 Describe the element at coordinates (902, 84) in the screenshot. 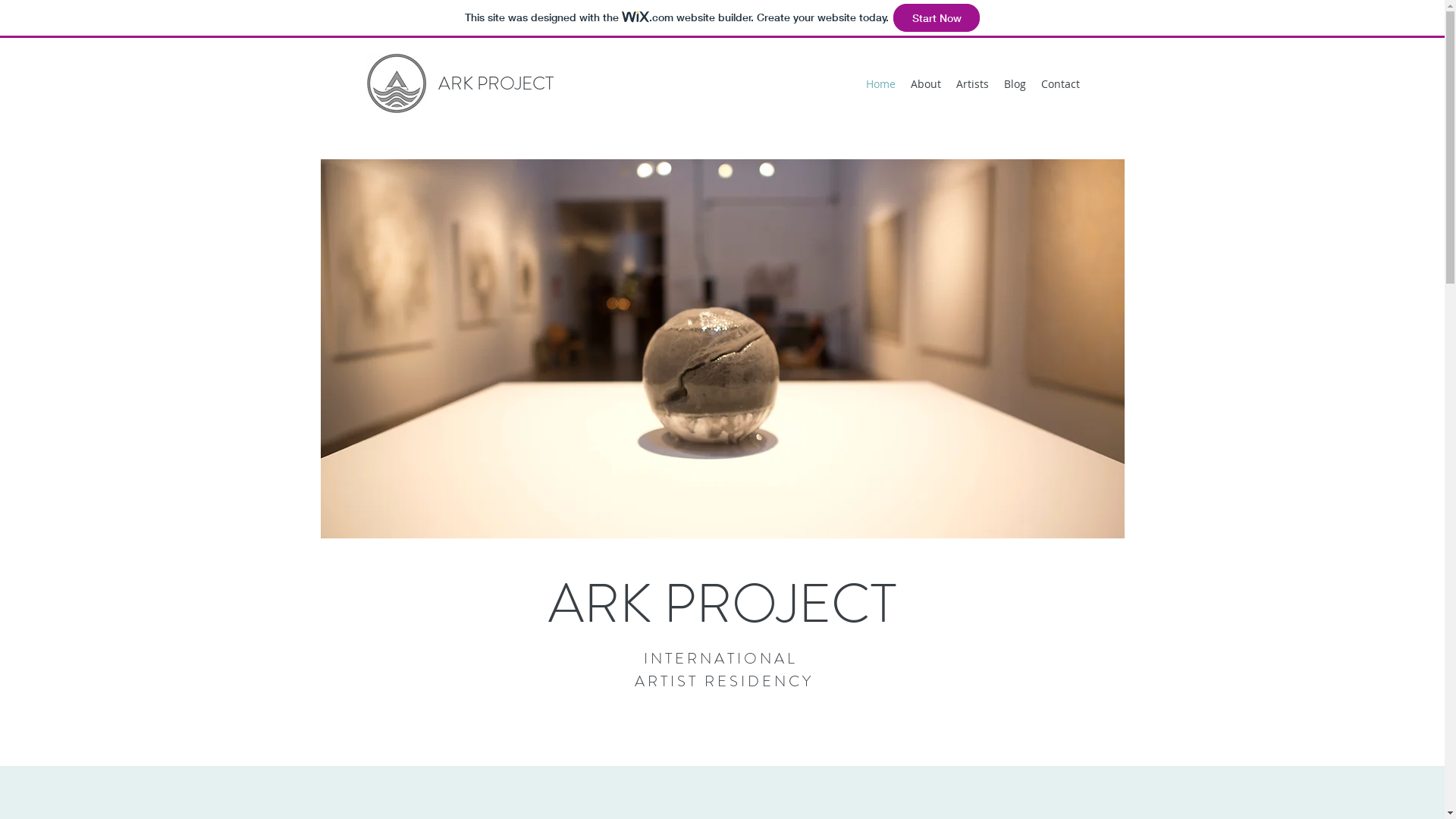

I see `'About'` at that location.